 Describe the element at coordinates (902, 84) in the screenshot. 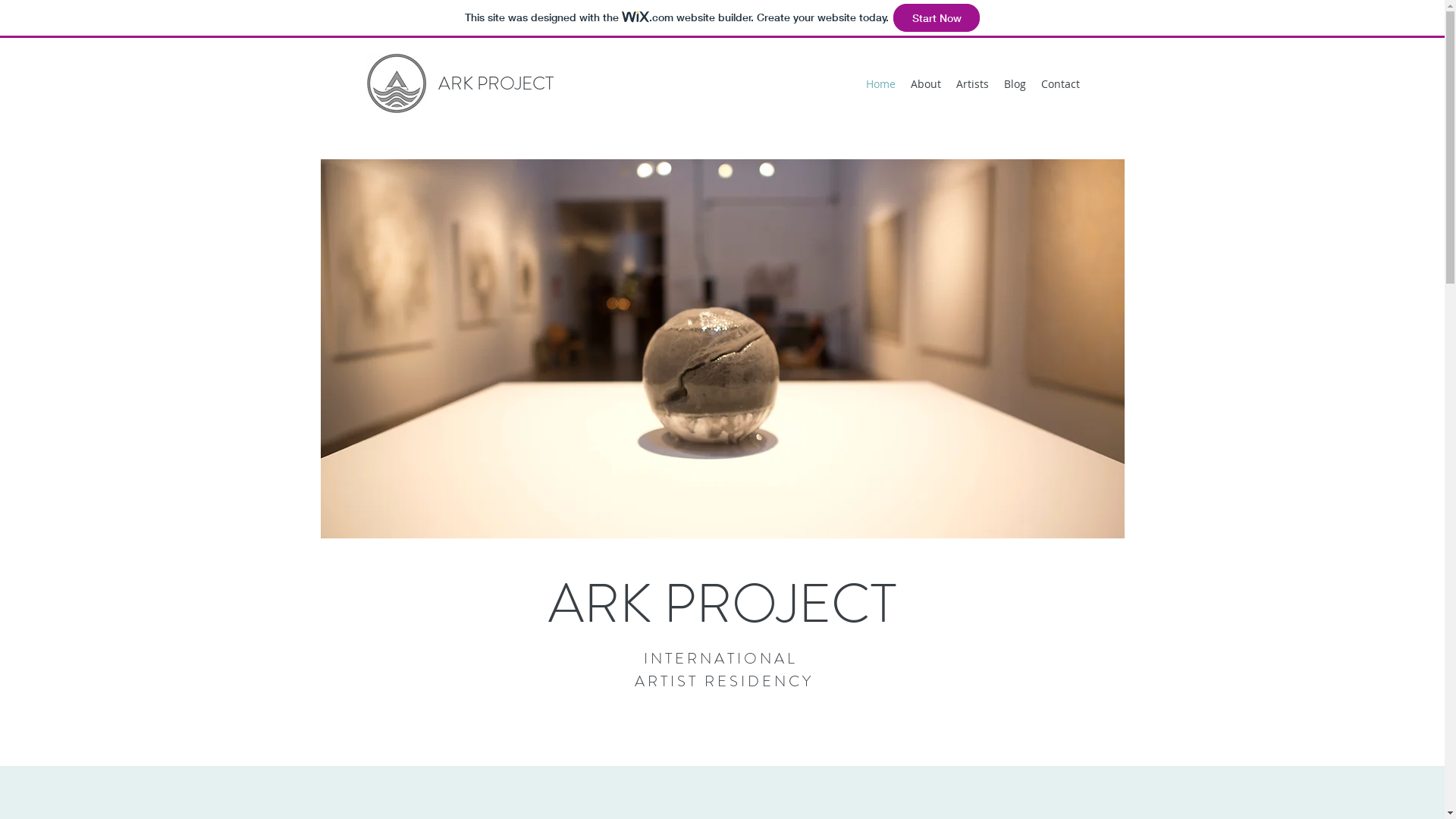

I see `'About'` at that location.